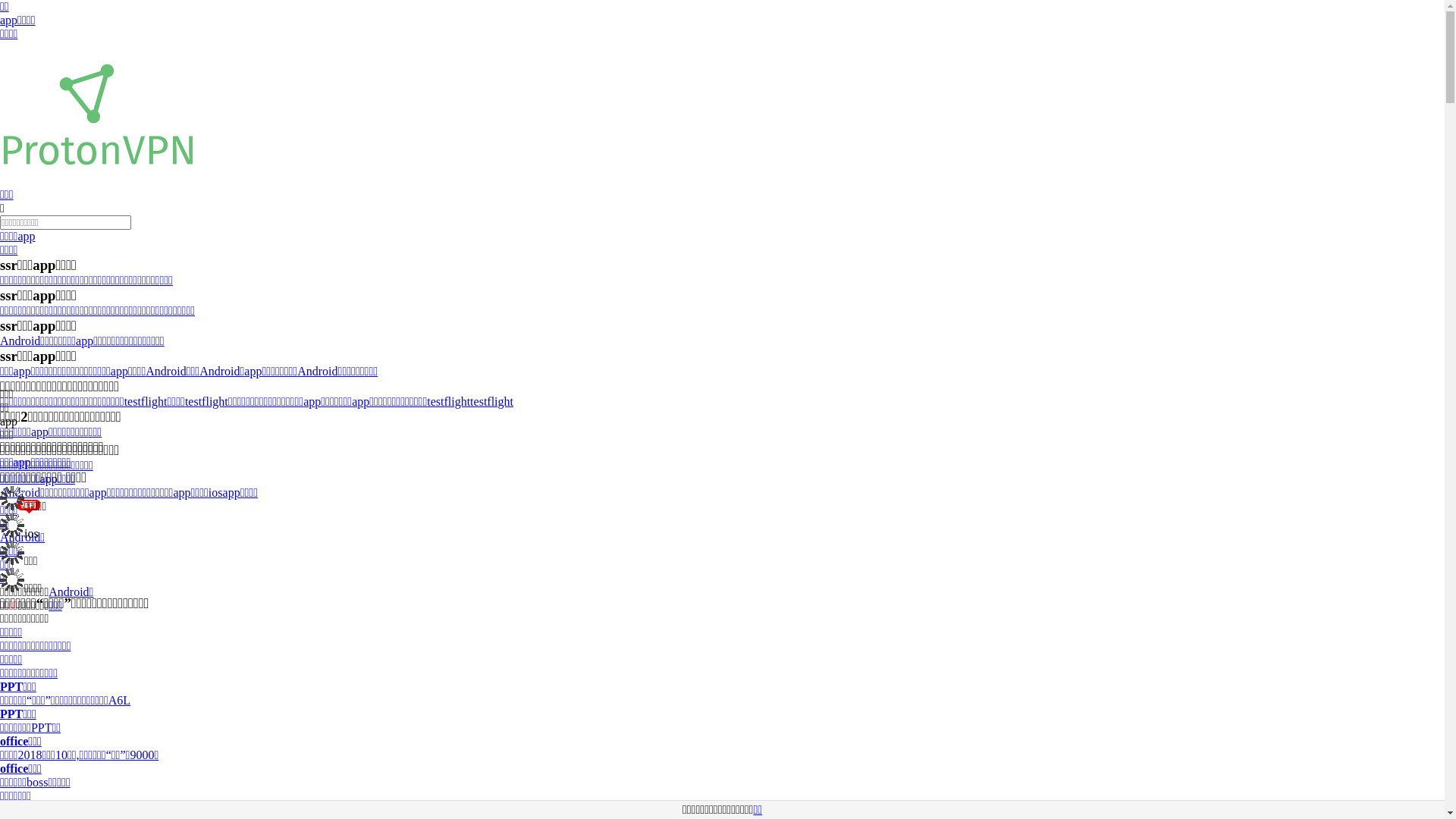 This screenshot has height=819, width=1456. What do you see at coordinates (491, 400) in the screenshot?
I see `'testflight'` at bounding box center [491, 400].